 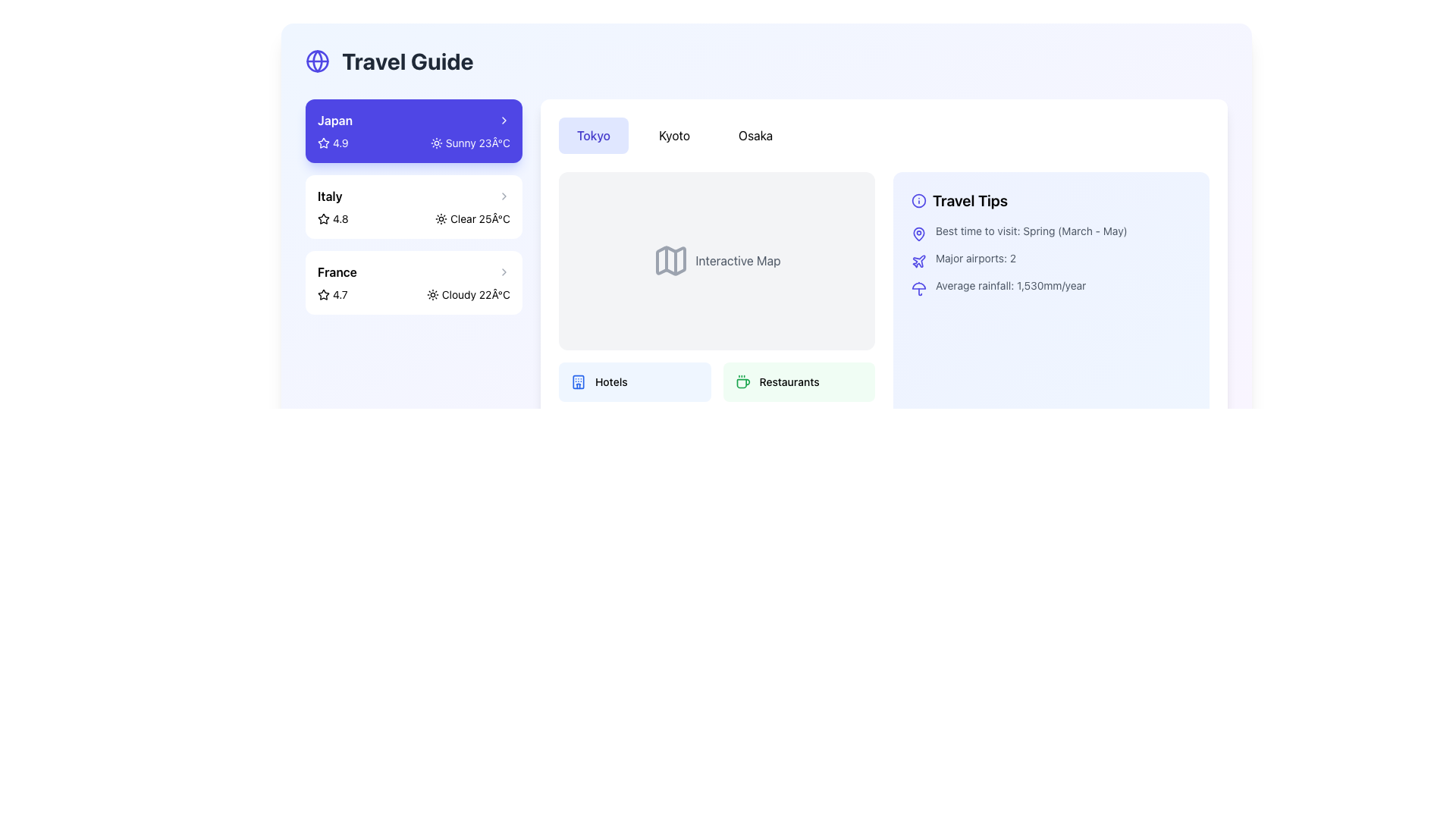 I want to click on the outlined star icon for rating, which is located next to the rating value '4.8' for Italy, so click(x=323, y=219).